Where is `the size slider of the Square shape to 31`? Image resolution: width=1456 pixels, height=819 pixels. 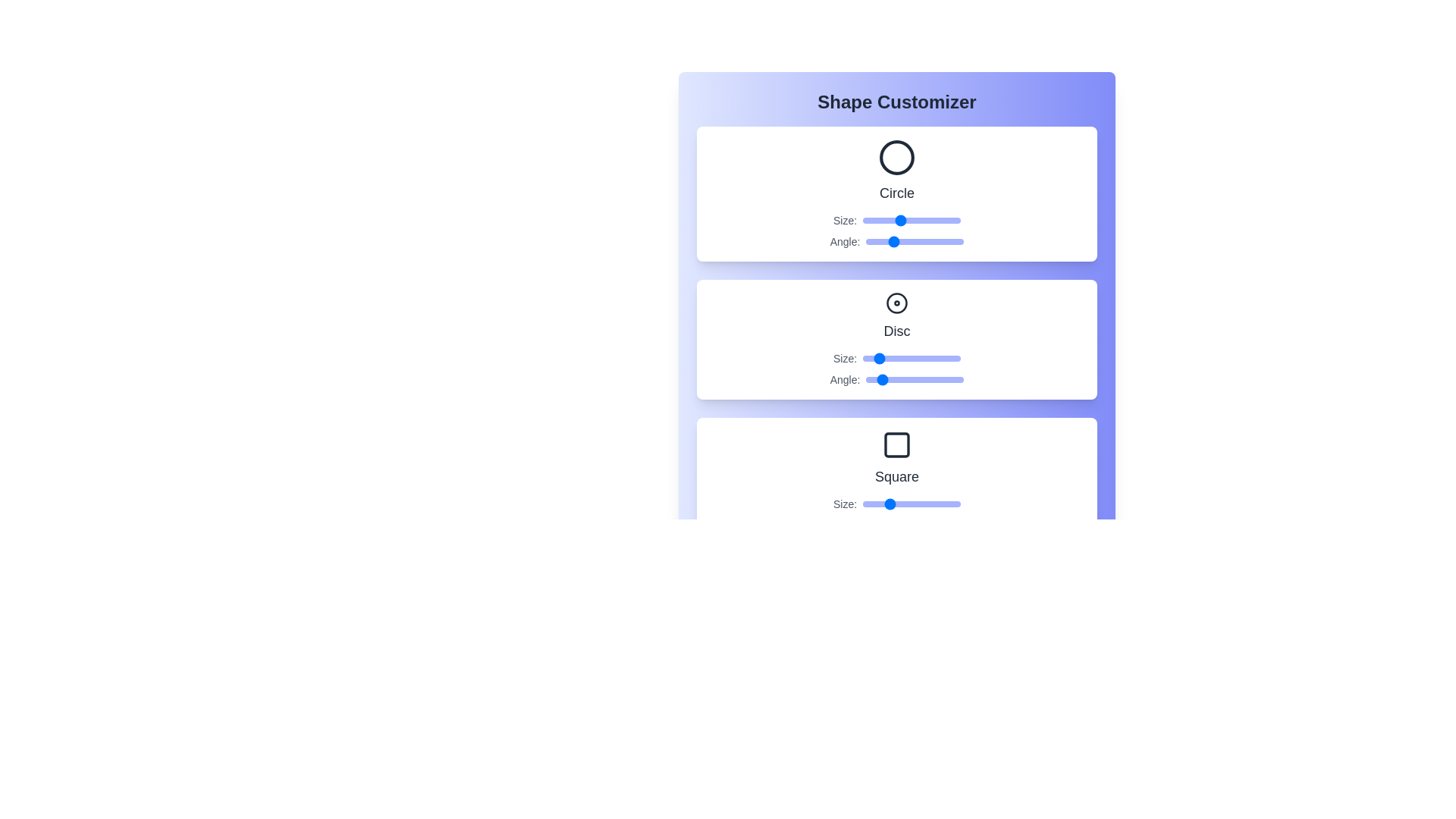 the size slider of the Square shape to 31 is located at coordinates (876, 504).